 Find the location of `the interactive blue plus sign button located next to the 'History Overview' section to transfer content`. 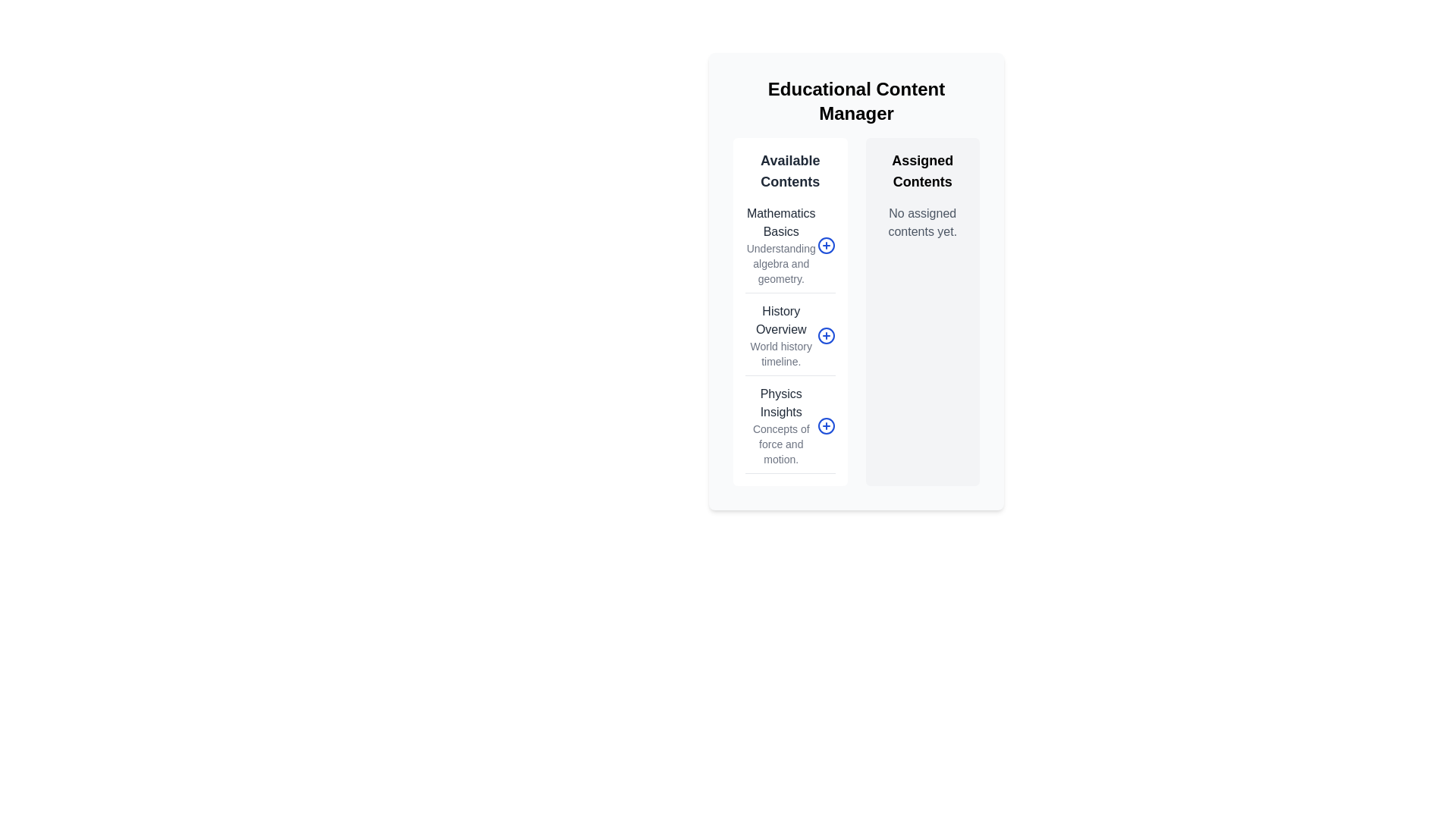

the interactive blue plus sign button located next to the 'History Overview' section to transfer content is located at coordinates (789, 338).